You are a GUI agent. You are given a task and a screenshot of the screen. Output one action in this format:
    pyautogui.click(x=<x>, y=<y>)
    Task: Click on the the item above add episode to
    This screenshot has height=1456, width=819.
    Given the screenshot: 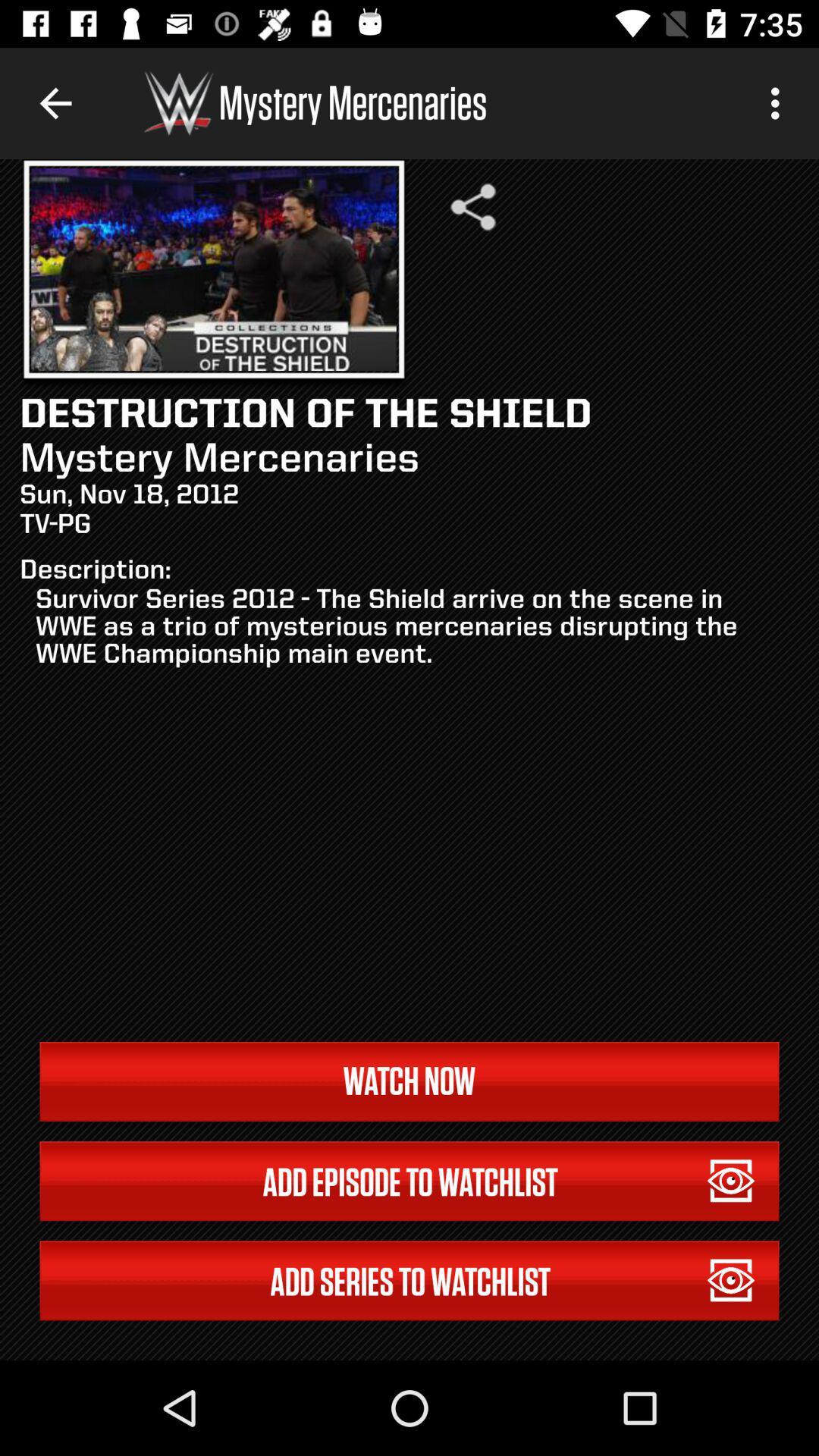 What is the action you would take?
    pyautogui.click(x=409, y=1081)
    